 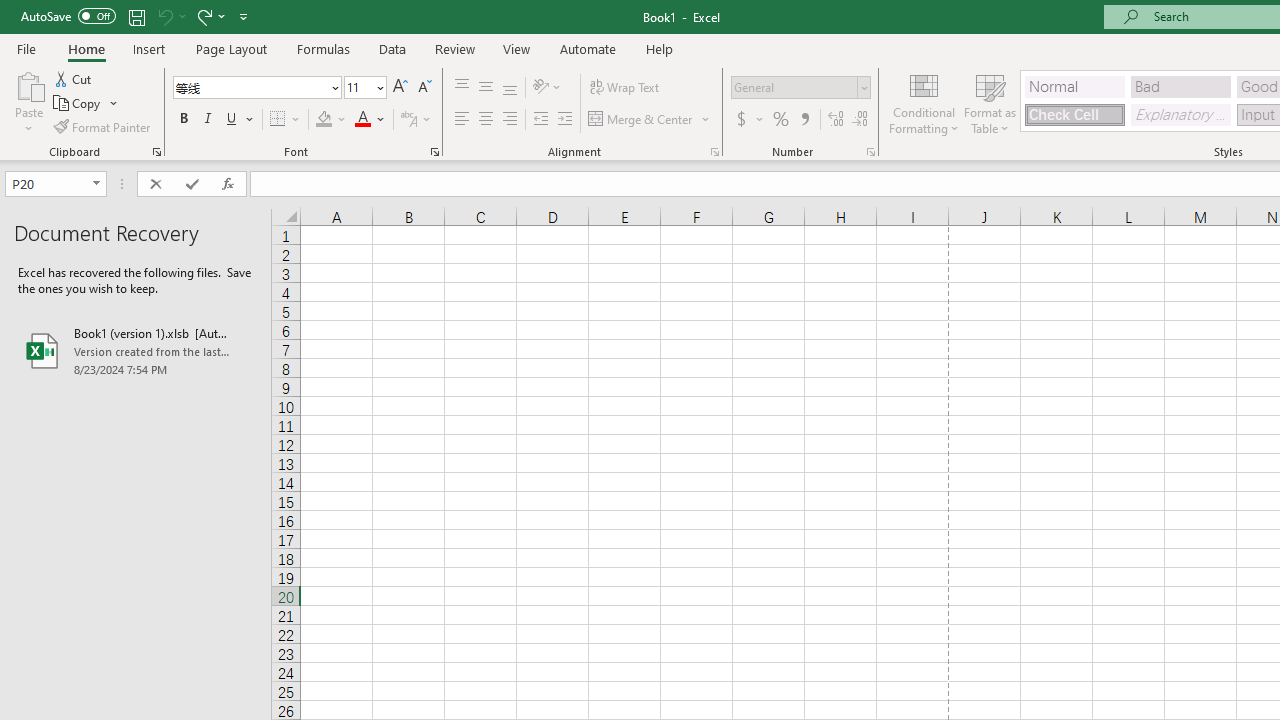 I want to click on 'Center', so click(x=485, y=119).